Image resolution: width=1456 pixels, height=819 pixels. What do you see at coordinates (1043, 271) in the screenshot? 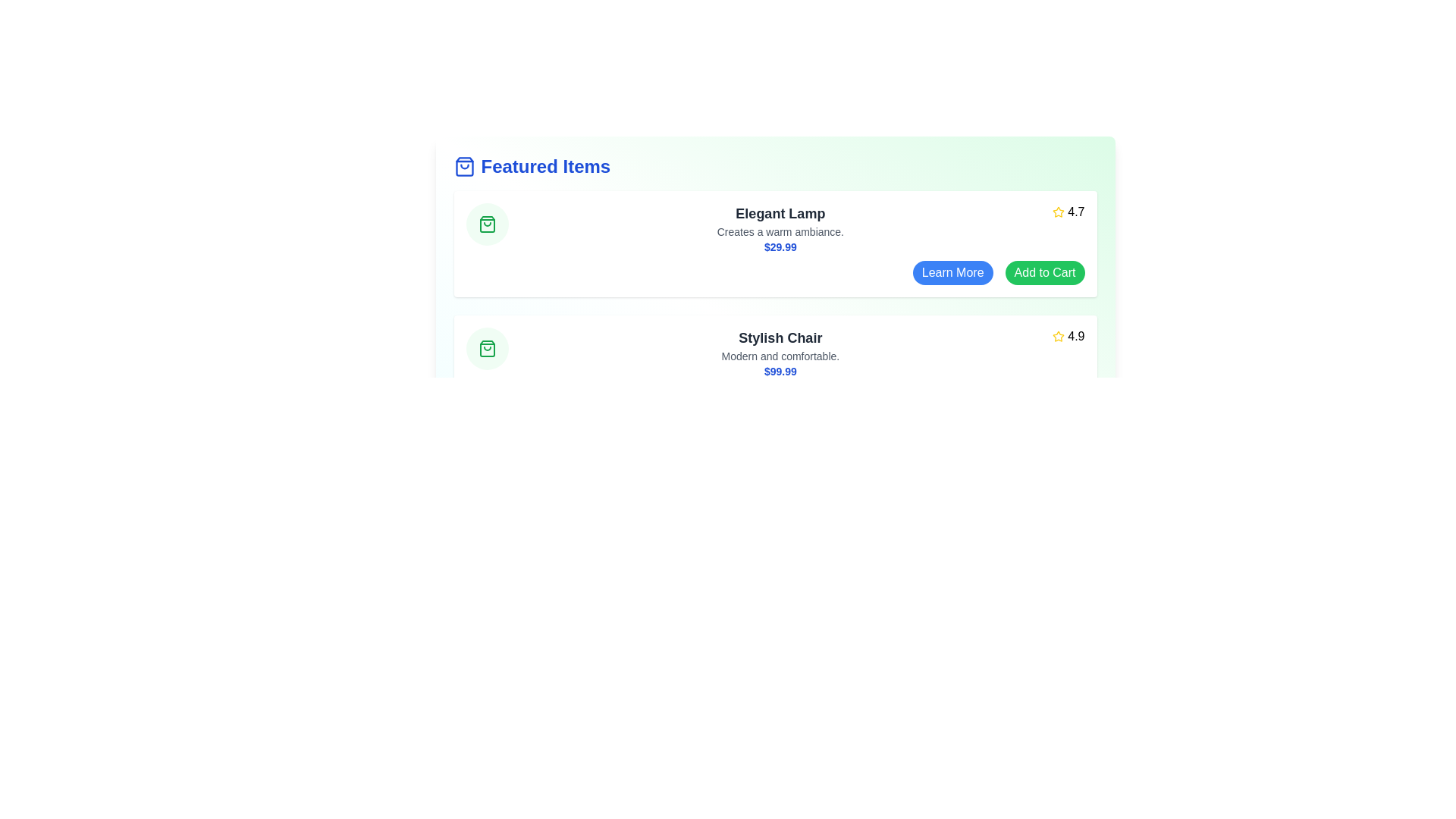
I see `'Add to Cart' button for the item identified by Elegant Lamp` at bounding box center [1043, 271].